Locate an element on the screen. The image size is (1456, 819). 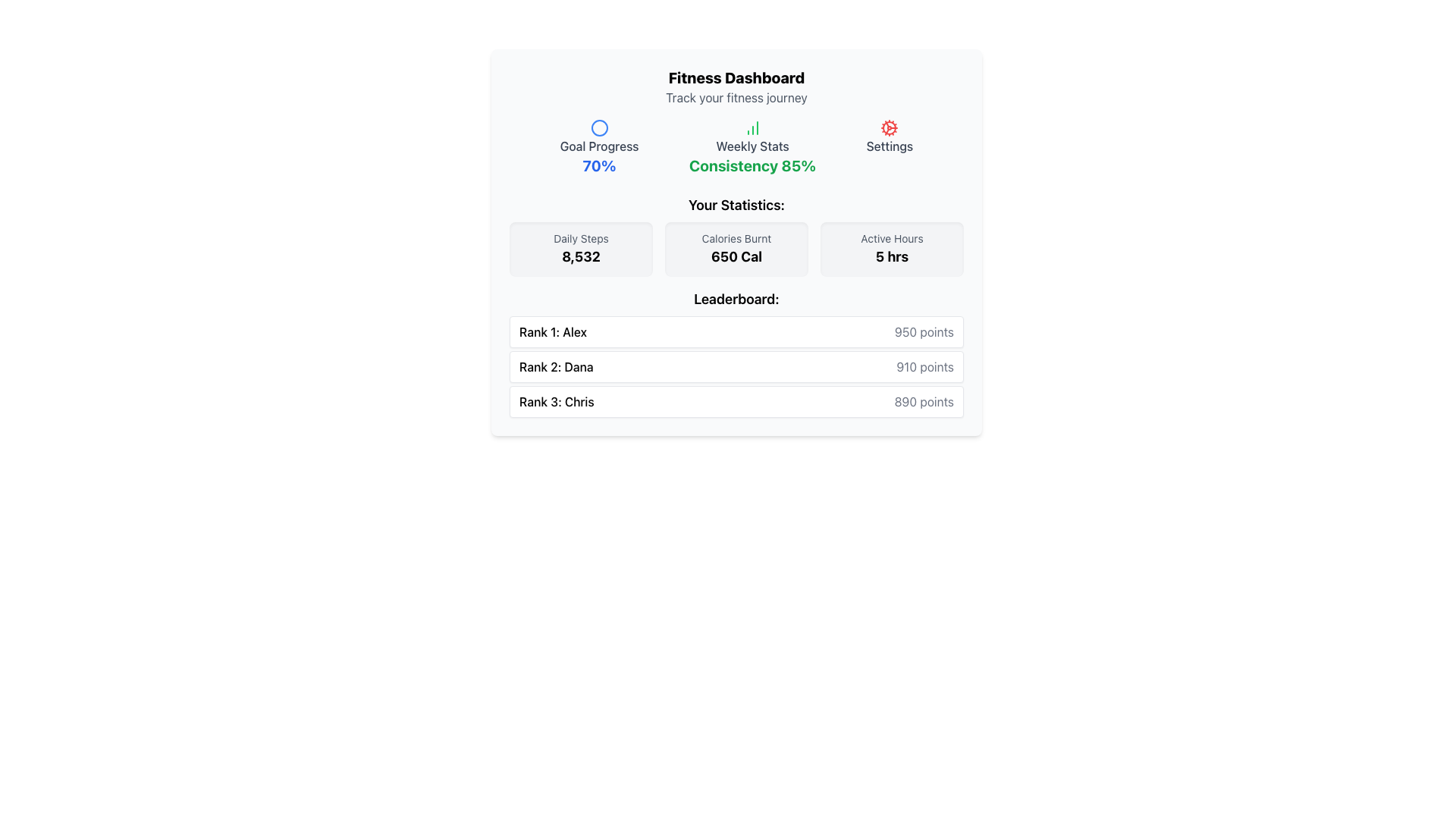
the Text Label that serves as the heading for the leaderboard section, which is centrally positioned above the ranking information list is located at coordinates (736, 299).